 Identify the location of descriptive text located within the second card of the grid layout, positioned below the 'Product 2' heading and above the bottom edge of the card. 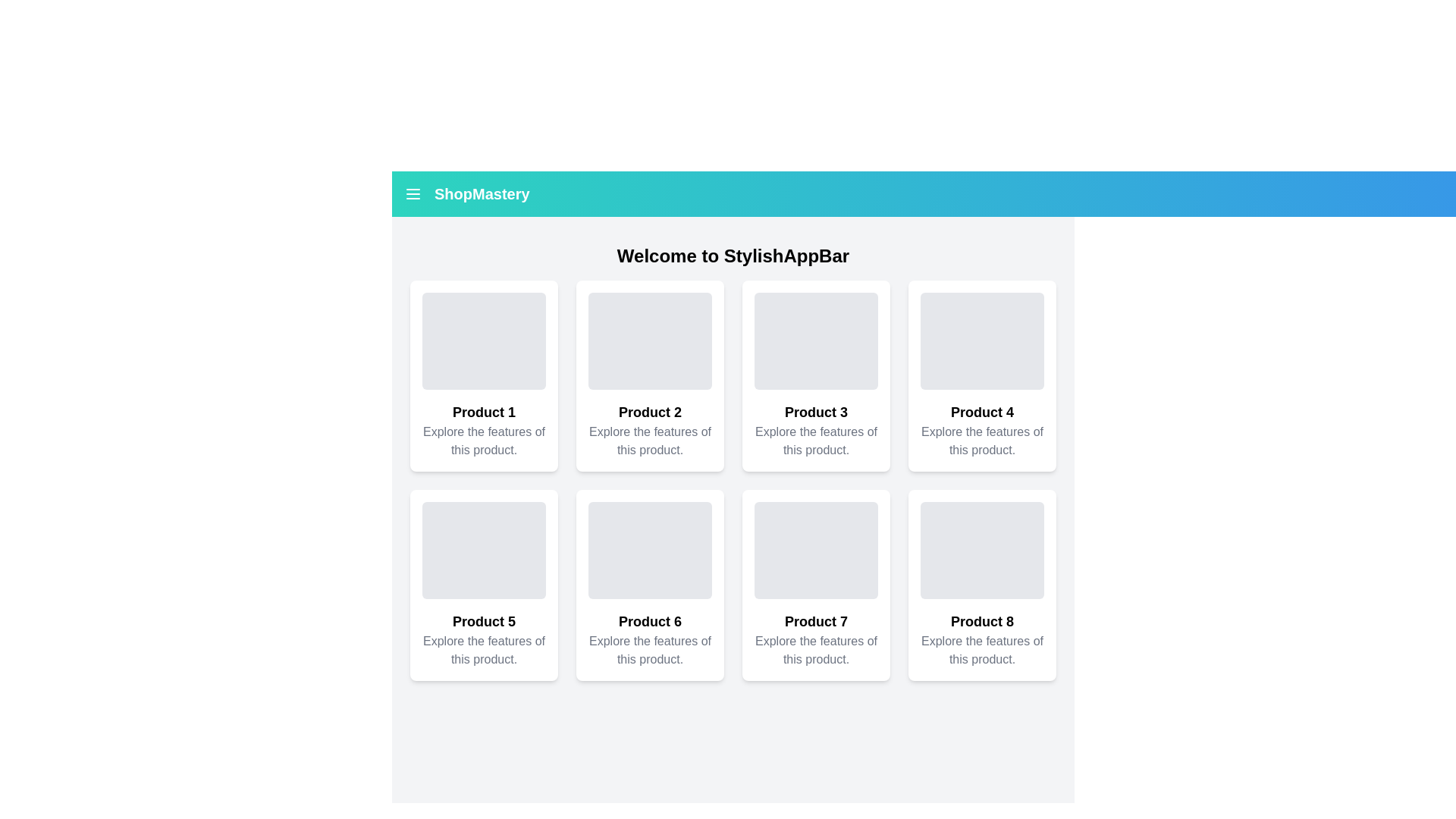
(650, 441).